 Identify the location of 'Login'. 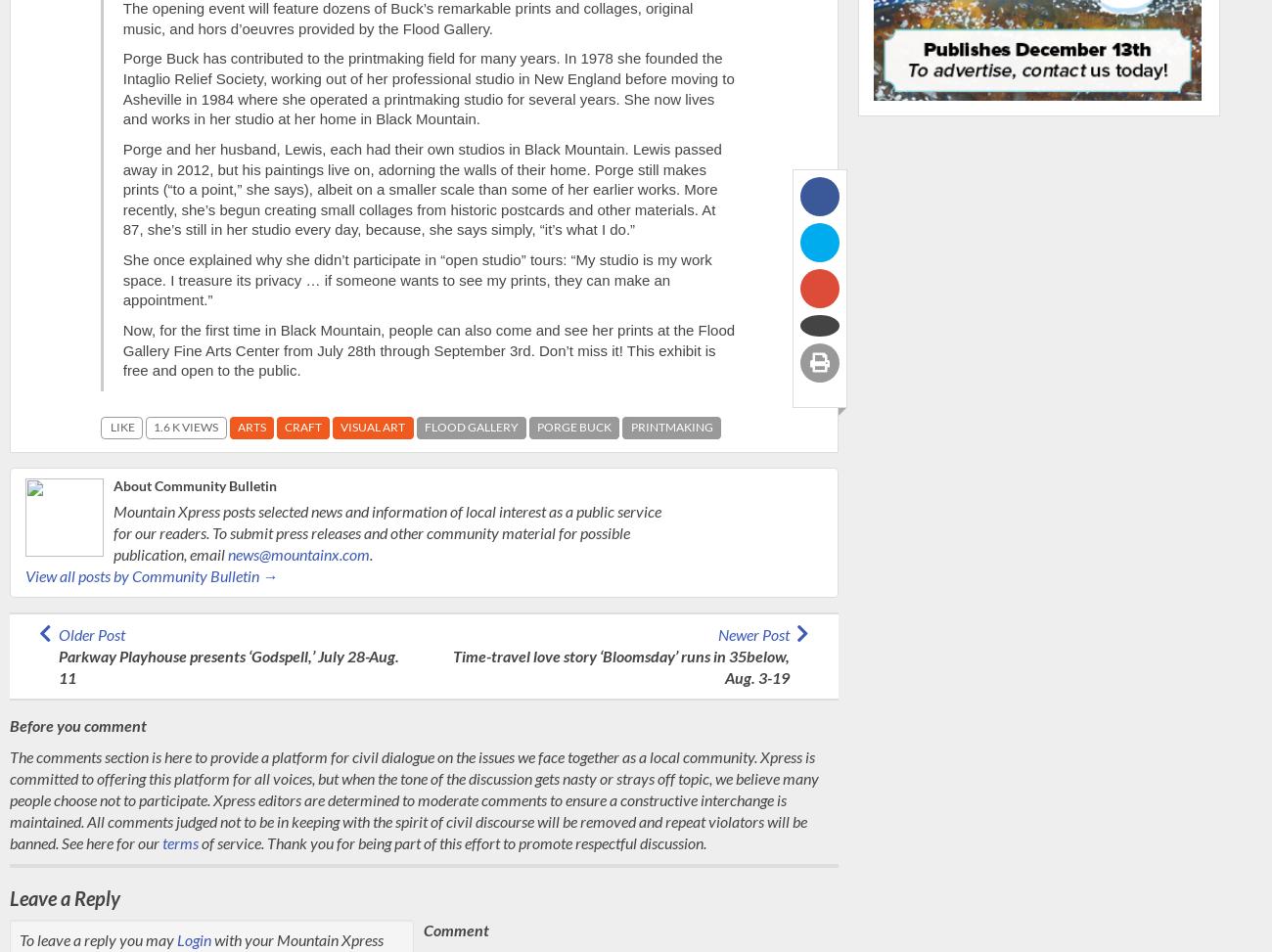
(176, 937).